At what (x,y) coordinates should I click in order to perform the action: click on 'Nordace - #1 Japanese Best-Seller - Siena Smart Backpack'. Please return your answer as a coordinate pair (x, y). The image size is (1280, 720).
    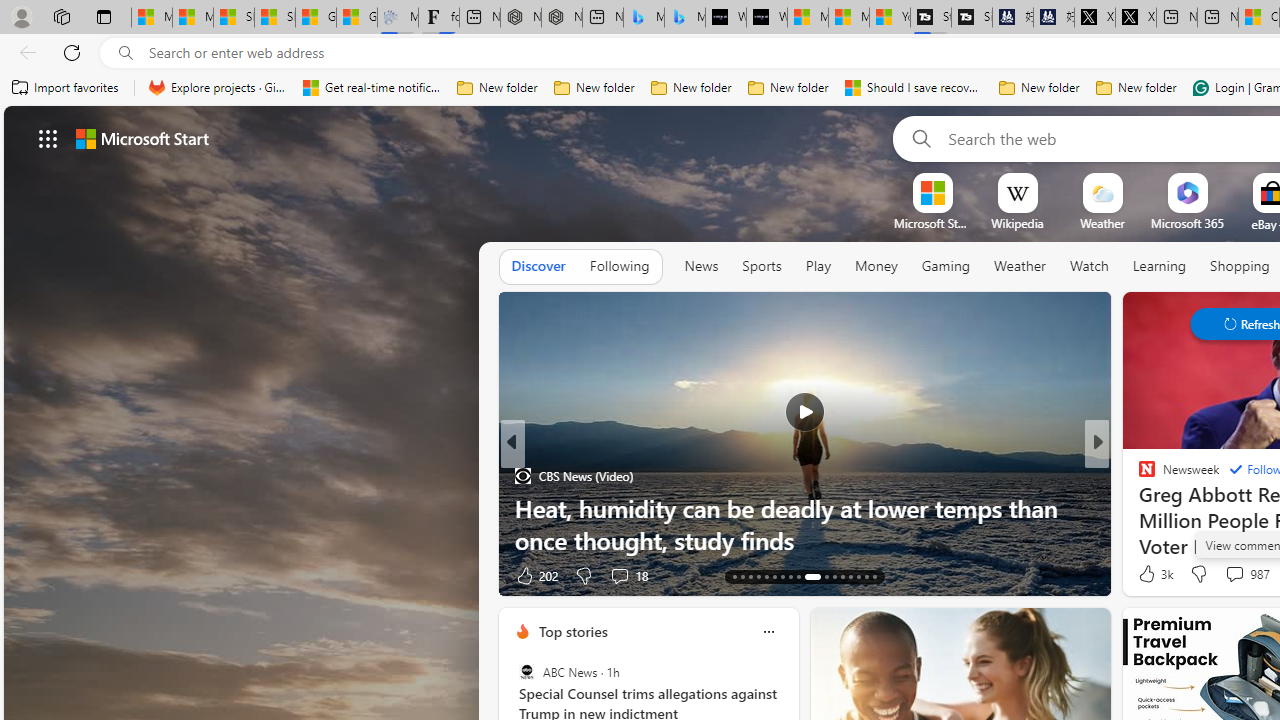
    Looking at the image, I should click on (560, 17).